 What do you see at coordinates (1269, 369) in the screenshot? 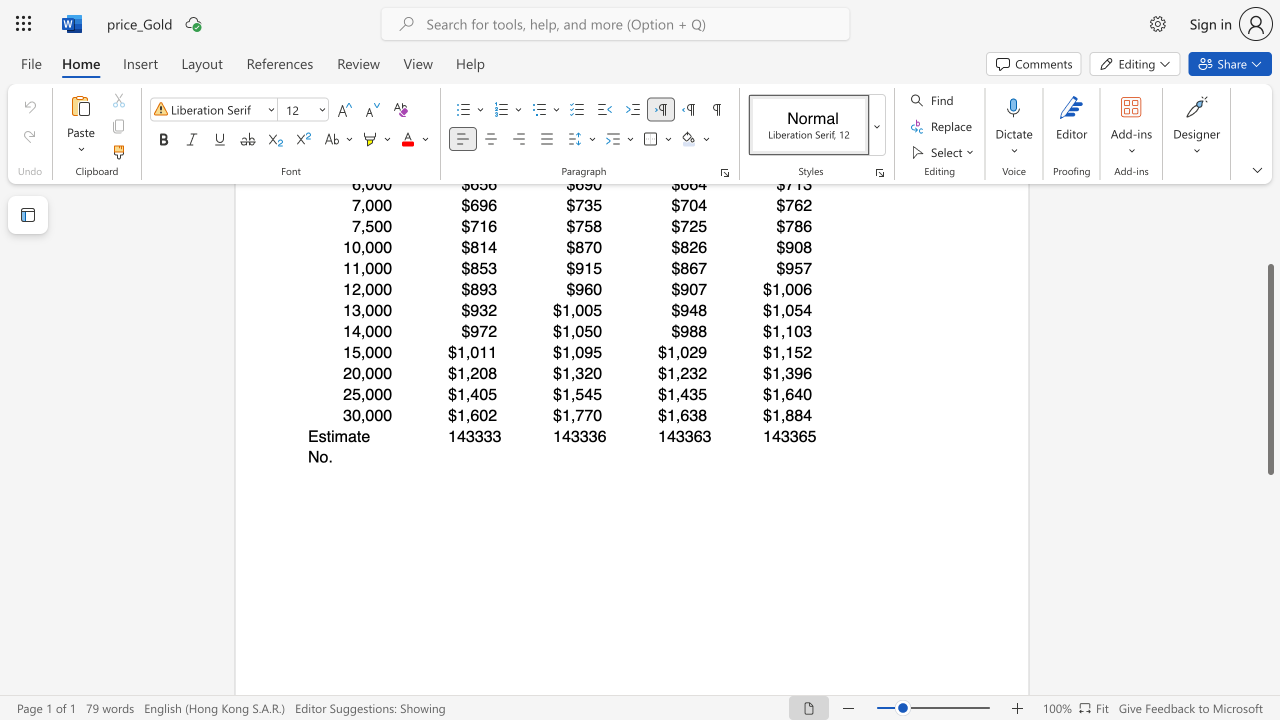
I see `the scrollbar and move down 430 pixels` at bounding box center [1269, 369].